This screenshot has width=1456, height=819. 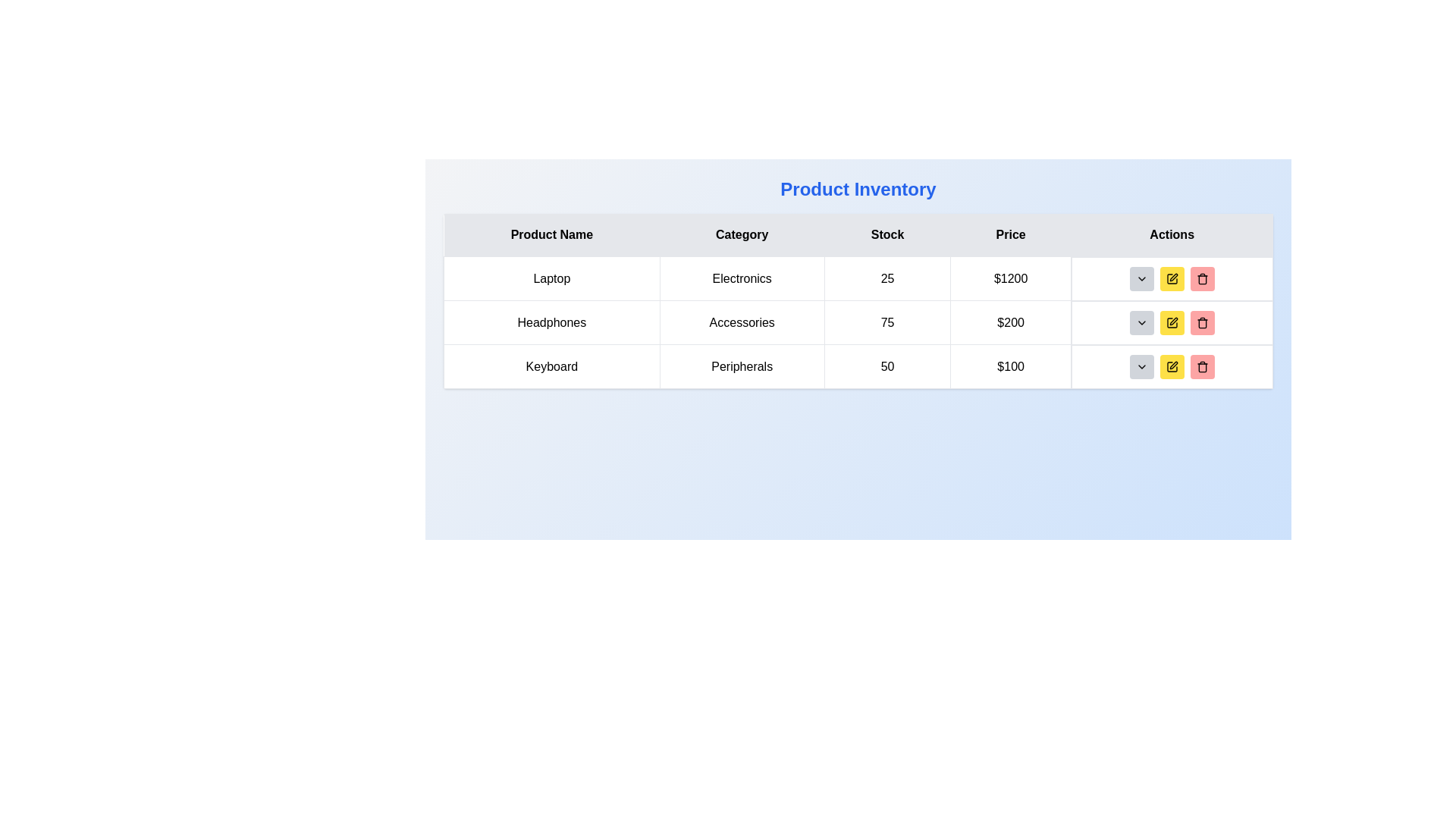 What do you see at coordinates (1172, 277) in the screenshot?
I see `the pen-like icon with a stroke style in the 'Actions' column of the last row of the table` at bounding box center [1172, 277].